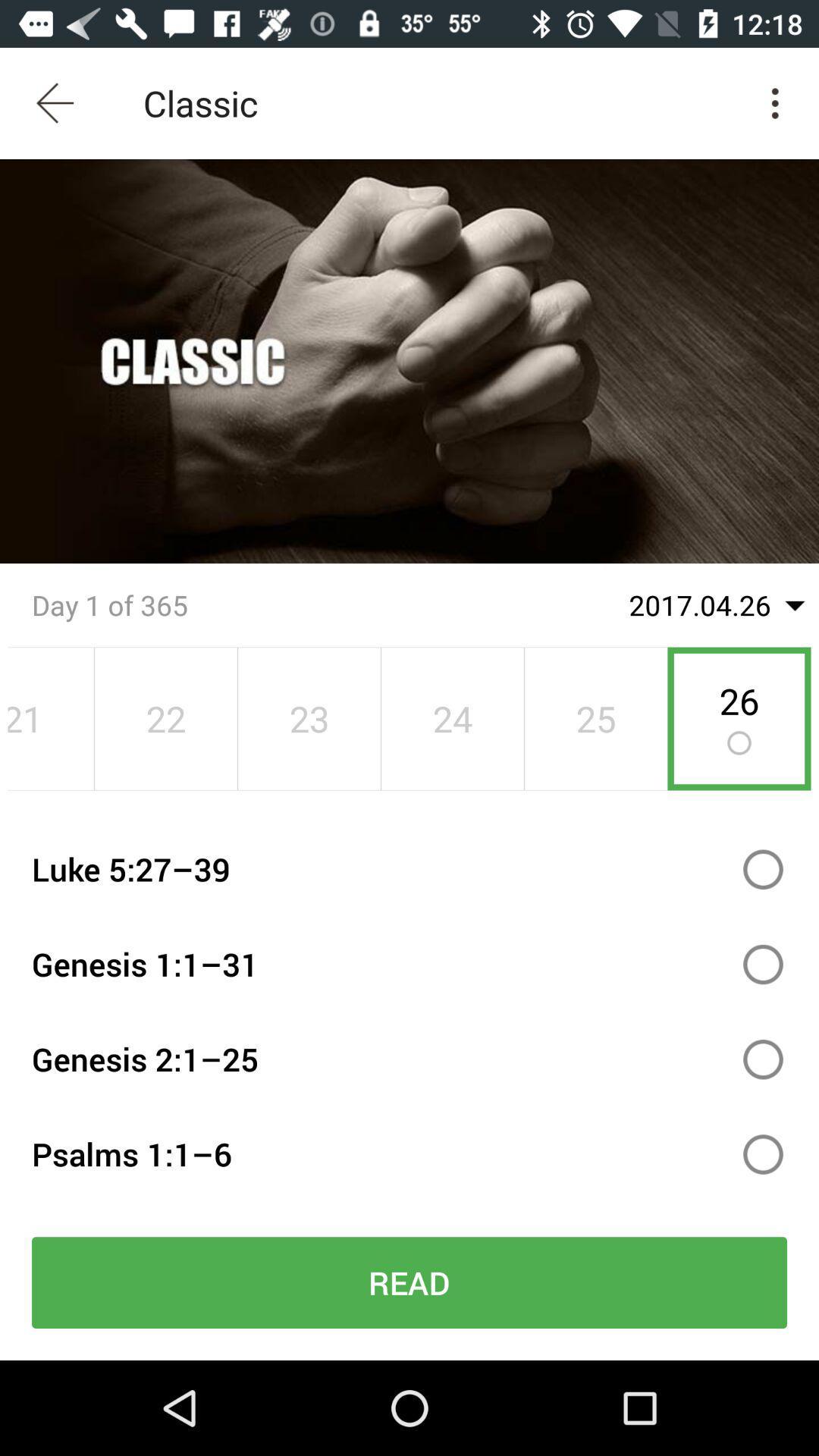 The height and width of the screenshot is (1456, 819). I want to click on genesis 2:1-25, so click(763, 1059).